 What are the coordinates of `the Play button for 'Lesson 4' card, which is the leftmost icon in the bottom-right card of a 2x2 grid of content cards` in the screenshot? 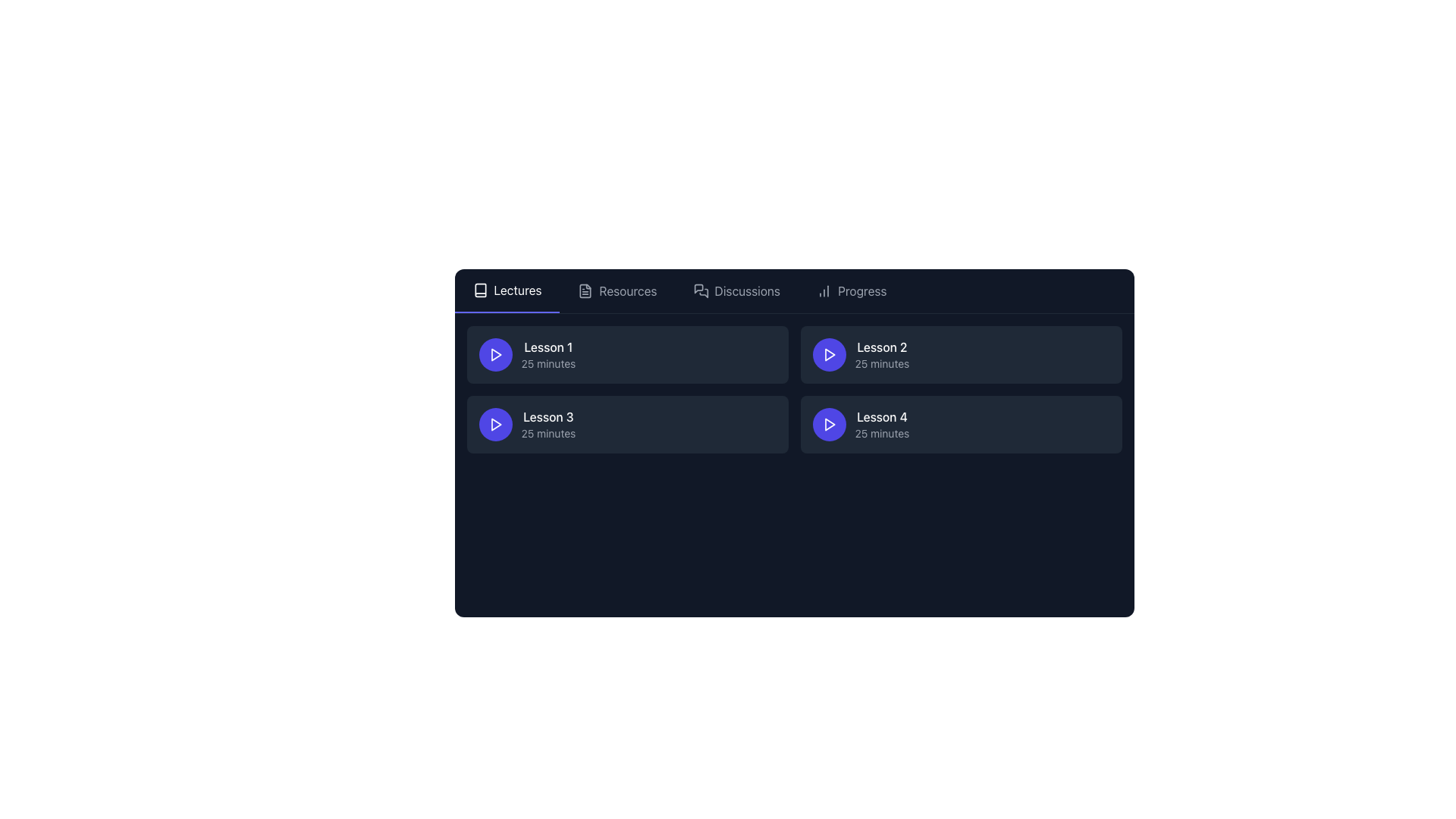 It's located at (828, 424).